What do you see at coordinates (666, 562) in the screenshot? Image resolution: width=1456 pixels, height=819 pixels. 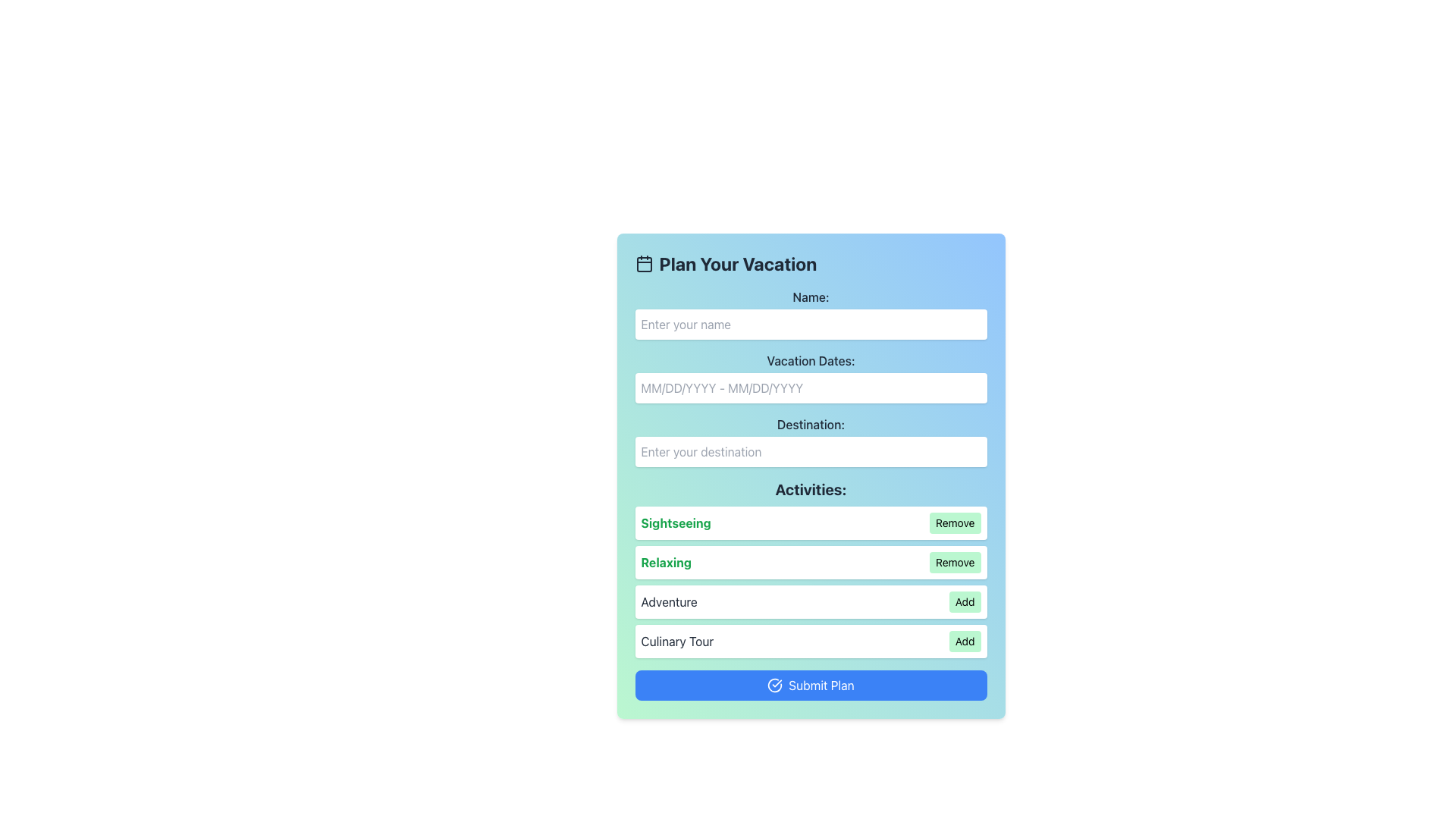 I see `the text label indicating the activity name 'RelaxingRemove', which is the second item in the activities list under the heading 'Activities'` at bounding box center [666, 562].